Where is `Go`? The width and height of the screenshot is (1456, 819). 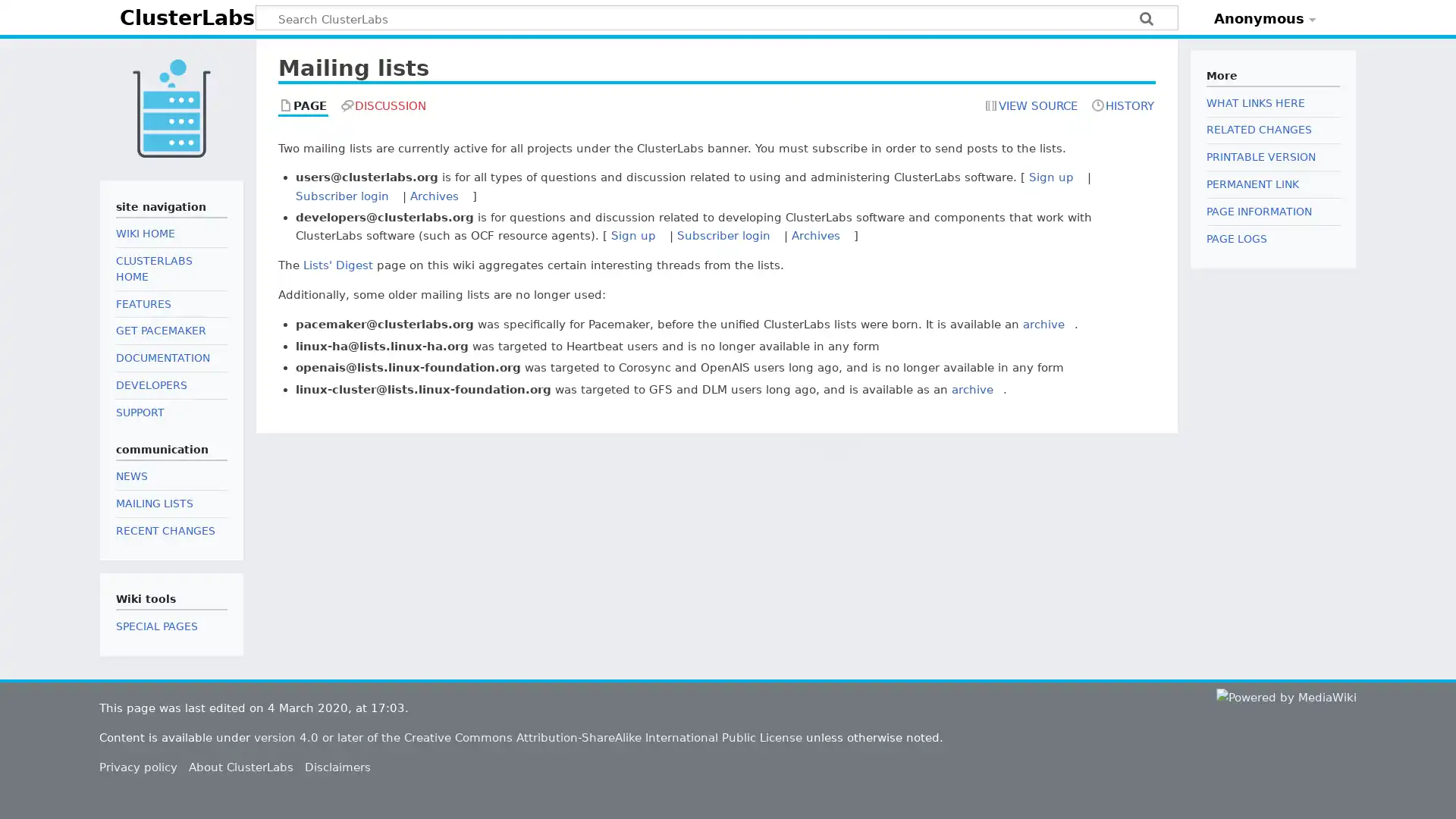
Go is located at coordinates (1147, 20).